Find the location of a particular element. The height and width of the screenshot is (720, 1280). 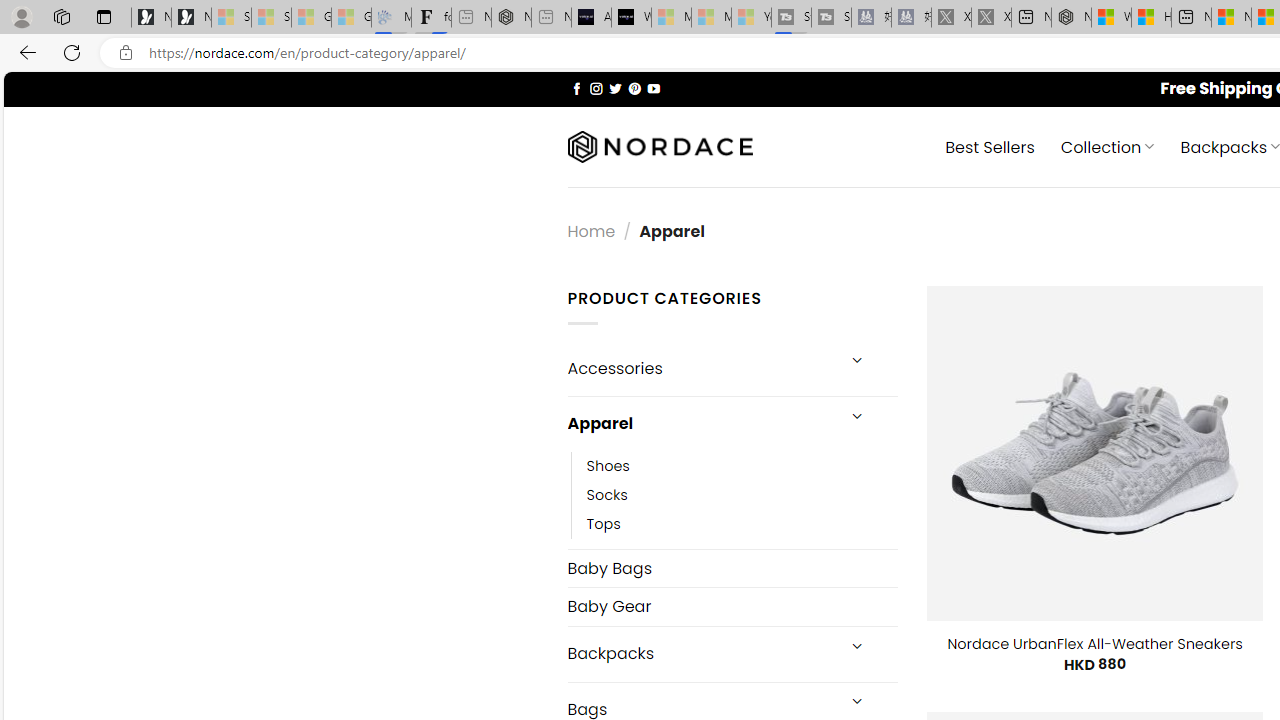

'Tops' is located at coordinates (741, 523).